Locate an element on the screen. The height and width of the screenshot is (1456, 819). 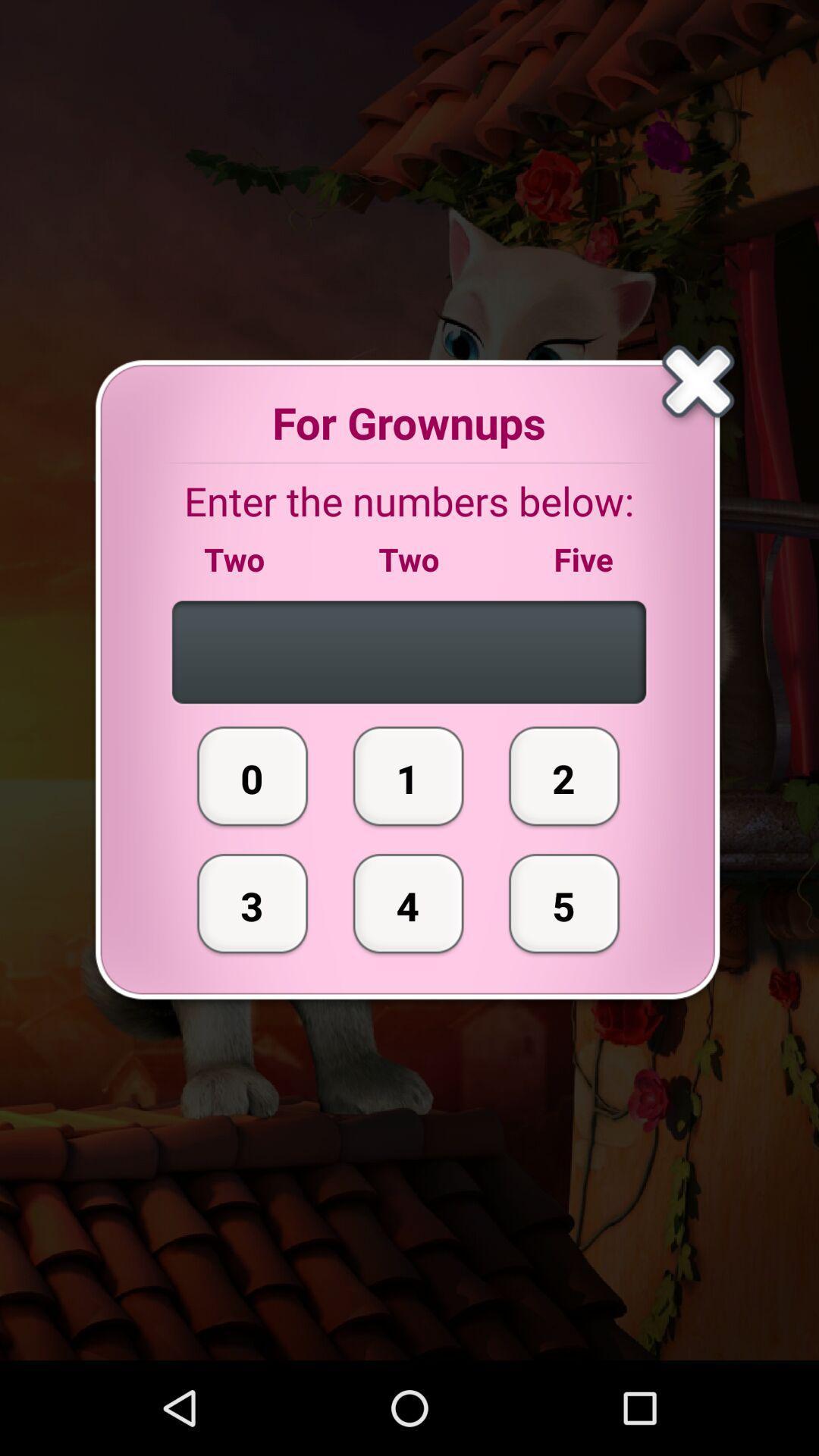
the 3 item is located at coordinates (252, 903).